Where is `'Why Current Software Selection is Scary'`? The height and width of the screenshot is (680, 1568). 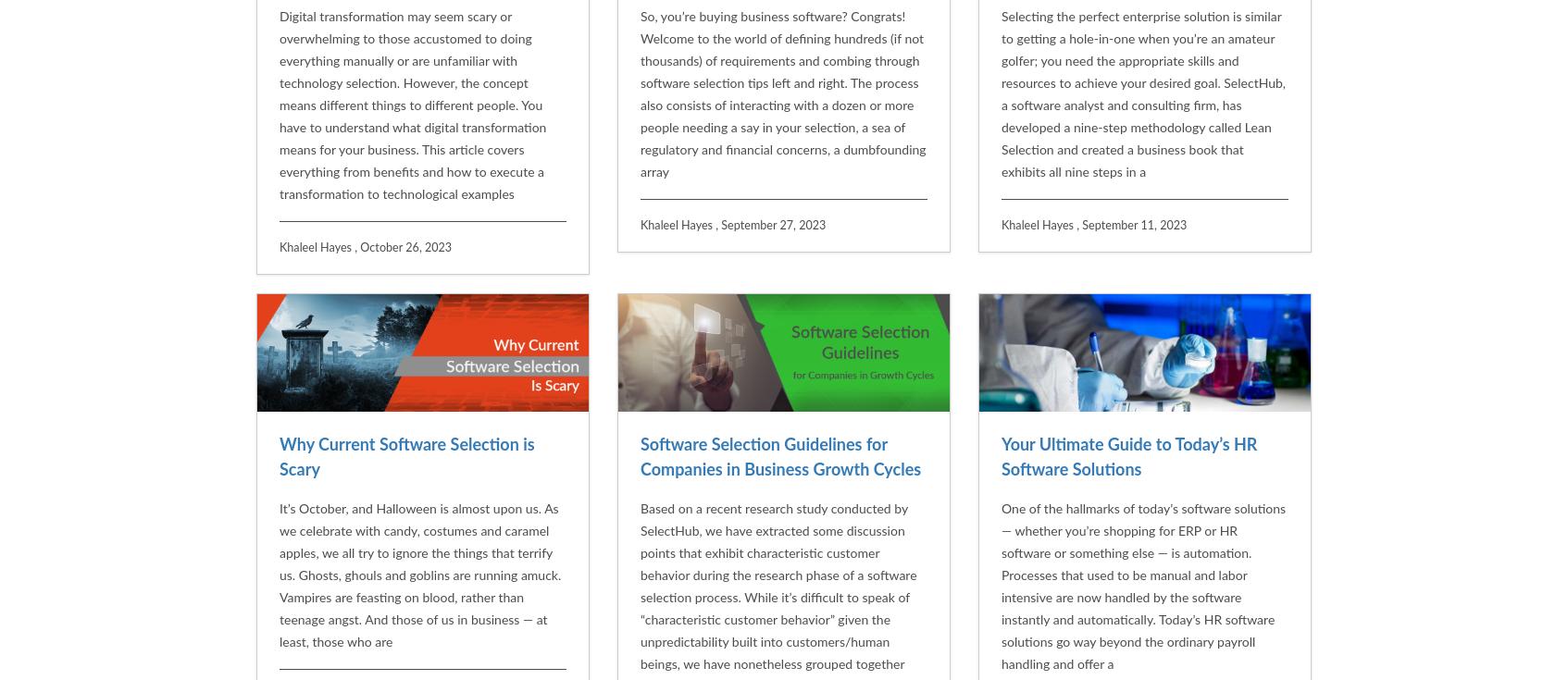
'Why Current Software Selection is Scary' is located at coordinates (406, 268).